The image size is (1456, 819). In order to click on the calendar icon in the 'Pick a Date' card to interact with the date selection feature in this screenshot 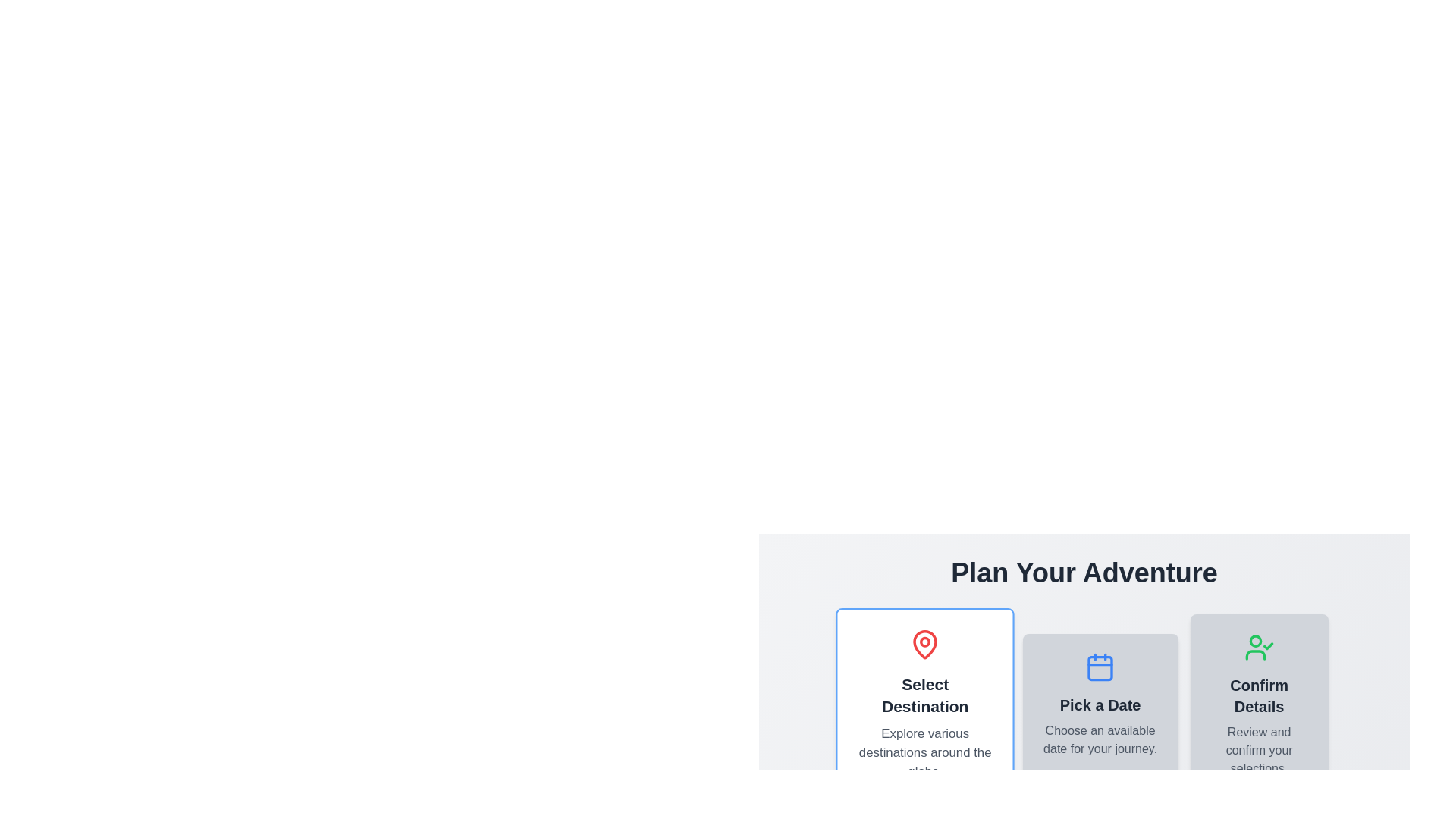, I will do `click(1100, 666)`.